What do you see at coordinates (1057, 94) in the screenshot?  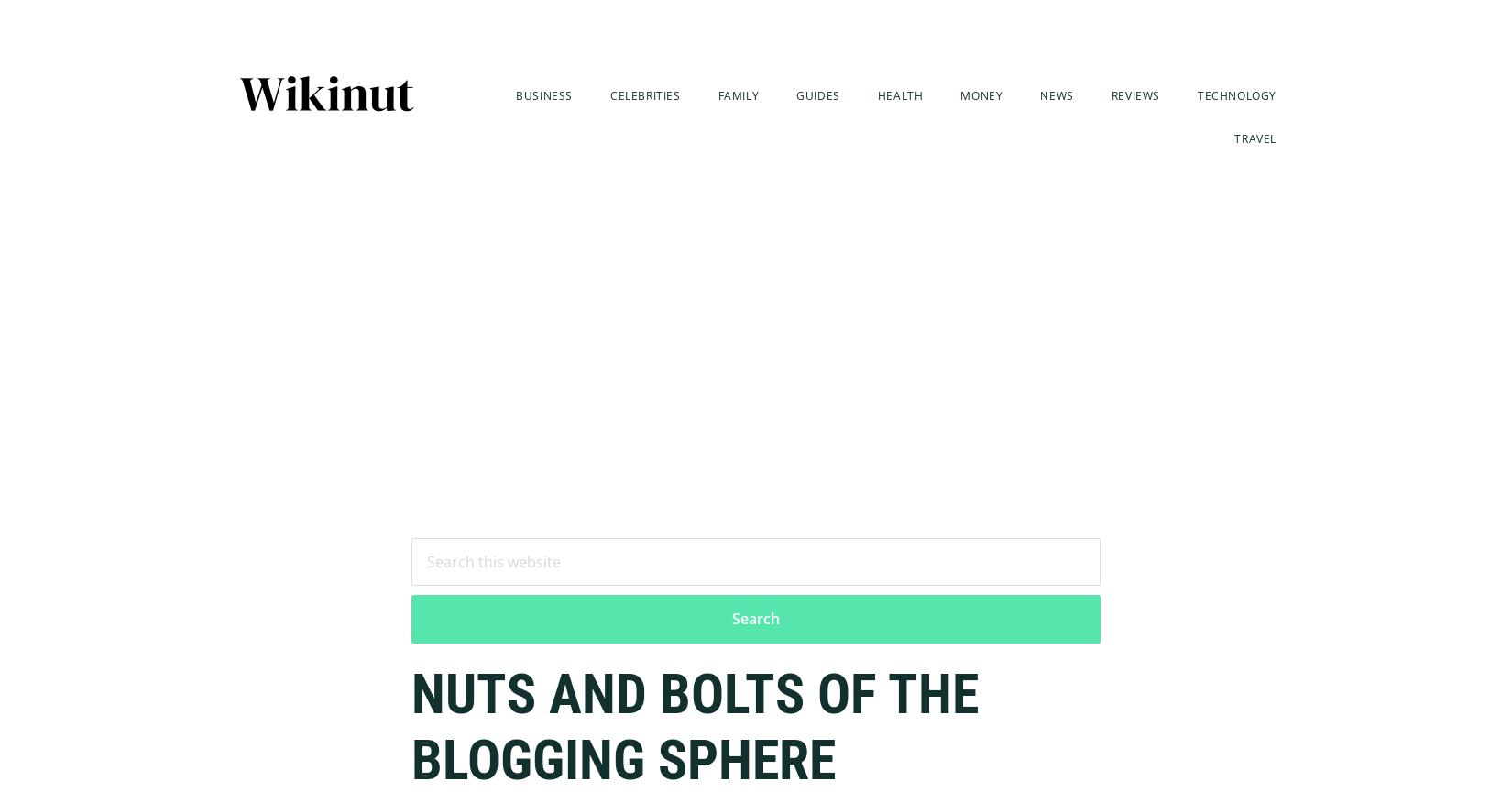 I see `'News'` at bounding box center [1057, 94].